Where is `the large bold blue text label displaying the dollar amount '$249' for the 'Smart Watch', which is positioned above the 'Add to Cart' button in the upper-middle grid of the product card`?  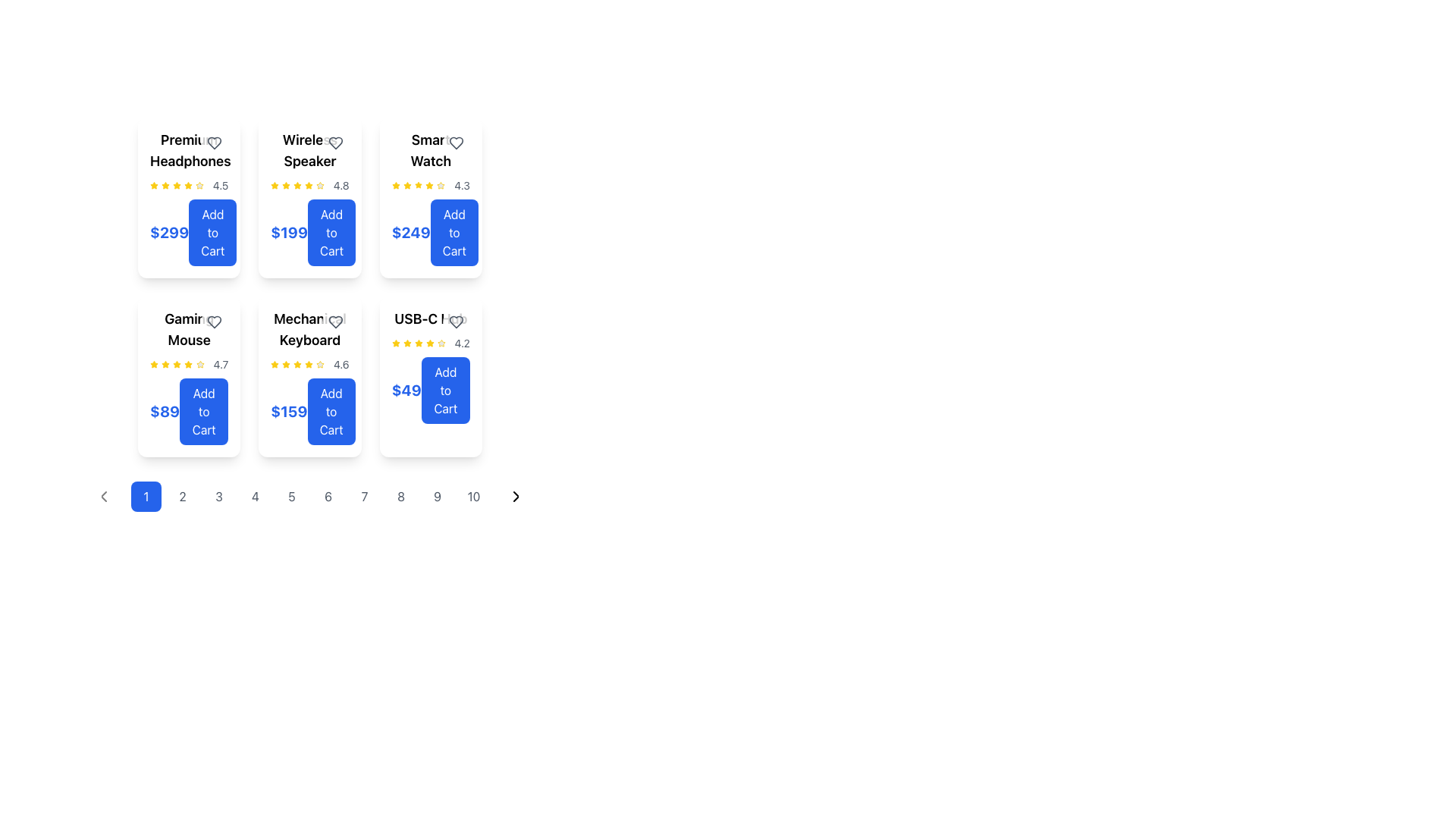
the large bold blue text label displaying the dollar amount '$249' for the 'Smart Watch', which is positioned above the 'Add to Cart' button in the upper-middle grid of the product card is located at coordinates (411, 233).